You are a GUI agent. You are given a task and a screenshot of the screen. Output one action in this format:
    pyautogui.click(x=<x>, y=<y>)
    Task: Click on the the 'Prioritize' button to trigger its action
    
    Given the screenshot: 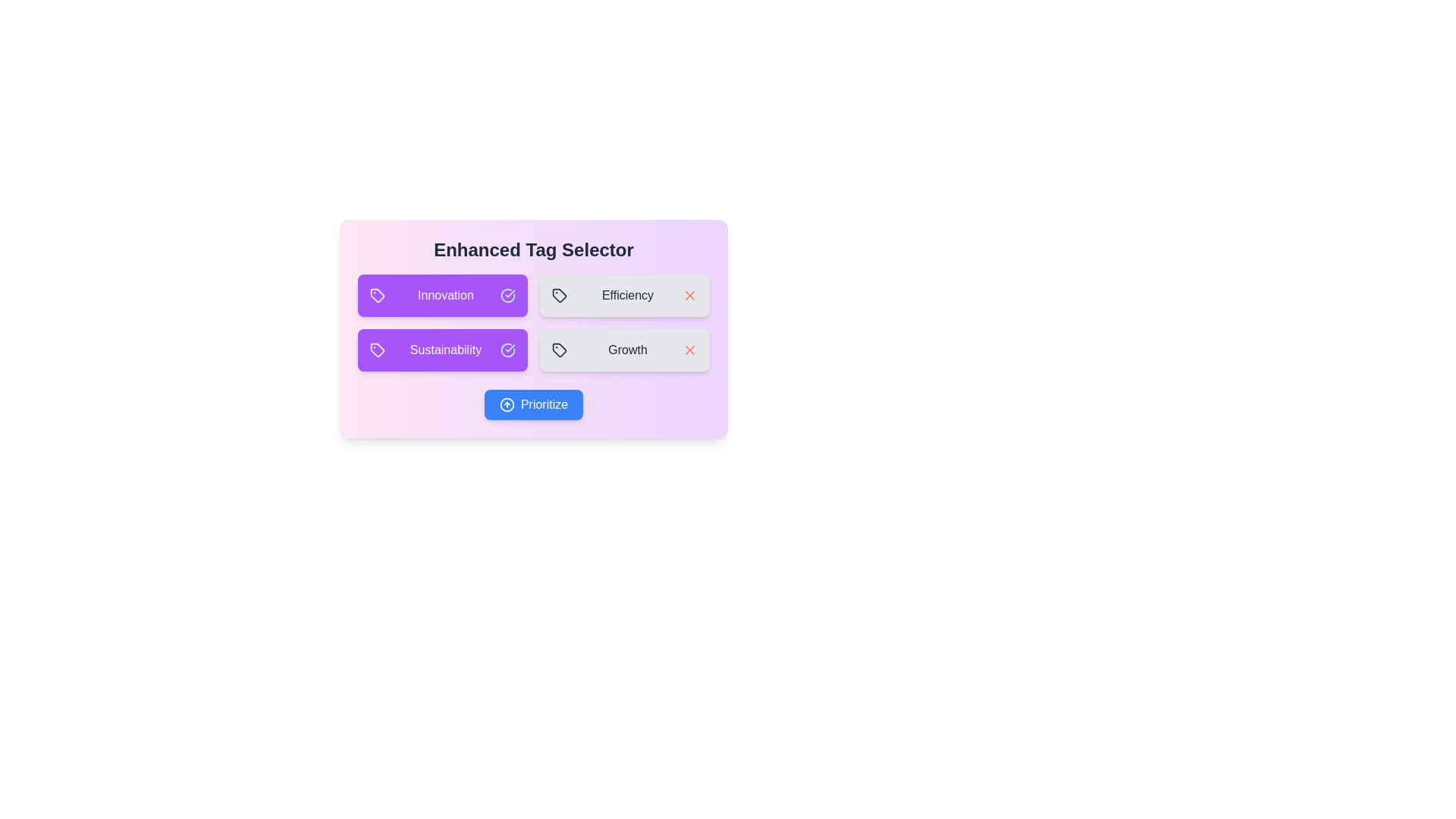 What is the action you would take?
    pyautogui.click(x=534, y=403)
    